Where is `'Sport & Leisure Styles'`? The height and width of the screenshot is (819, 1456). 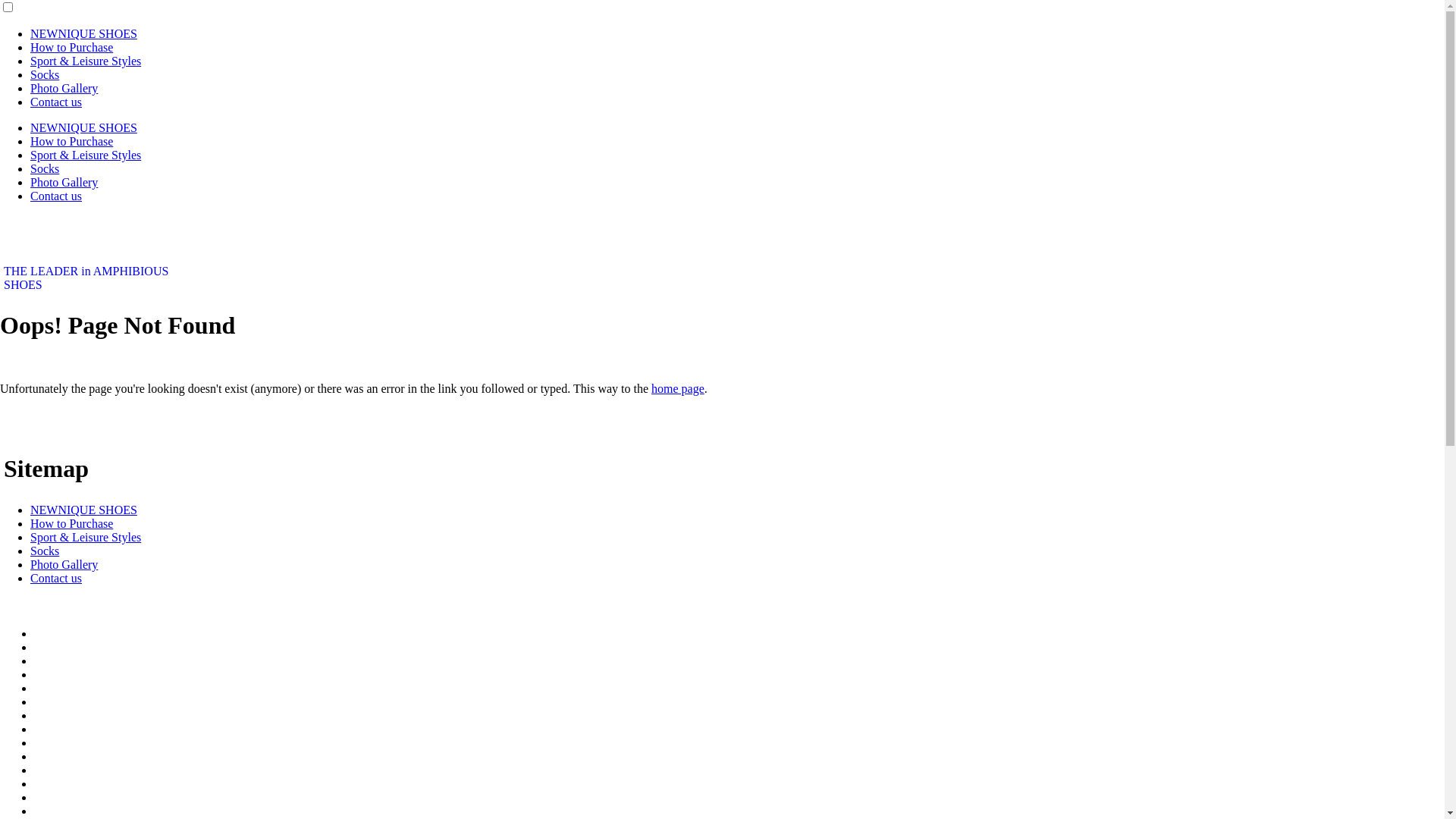 'Sport & Leisure Styles' is located at coordinates (85, 155).